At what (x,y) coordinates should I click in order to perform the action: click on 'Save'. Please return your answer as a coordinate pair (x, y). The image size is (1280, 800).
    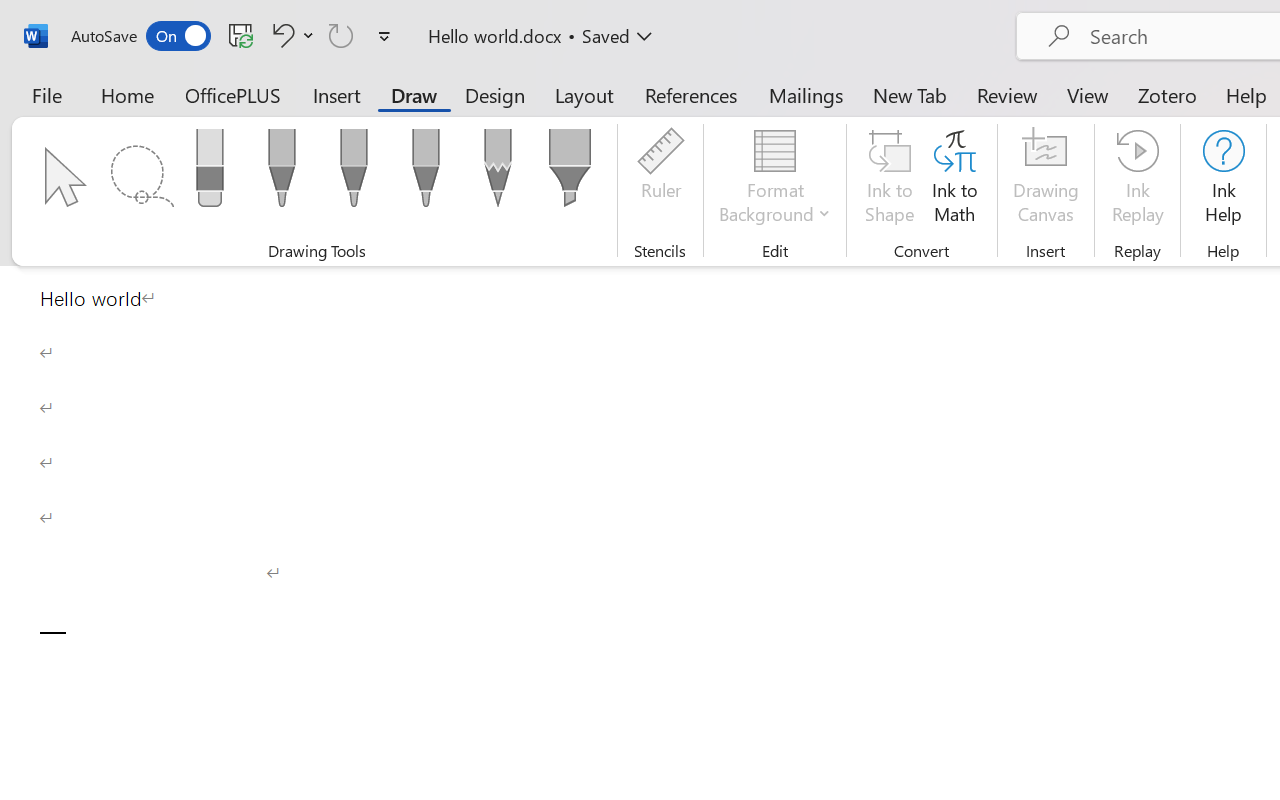
    Looking at the image, I should click on (240, 34).